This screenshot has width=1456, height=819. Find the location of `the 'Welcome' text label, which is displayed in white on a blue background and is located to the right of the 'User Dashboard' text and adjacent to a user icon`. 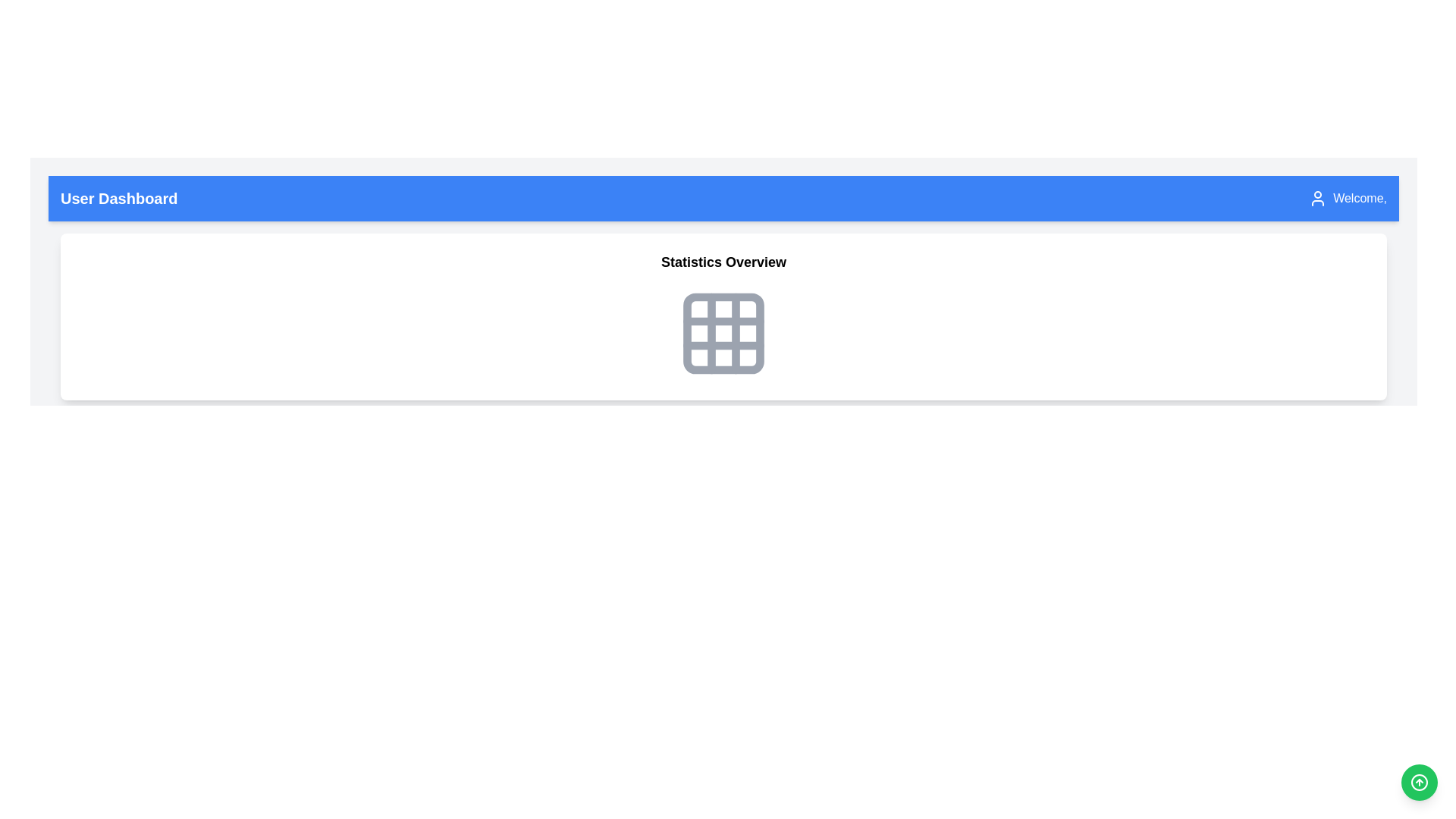

the 'Welcome' text label, which is displayed in white on a blue background and is located to the right of the 'User Dashboard' text and adjacent to a user icon is located at coordinates (1348, 198).